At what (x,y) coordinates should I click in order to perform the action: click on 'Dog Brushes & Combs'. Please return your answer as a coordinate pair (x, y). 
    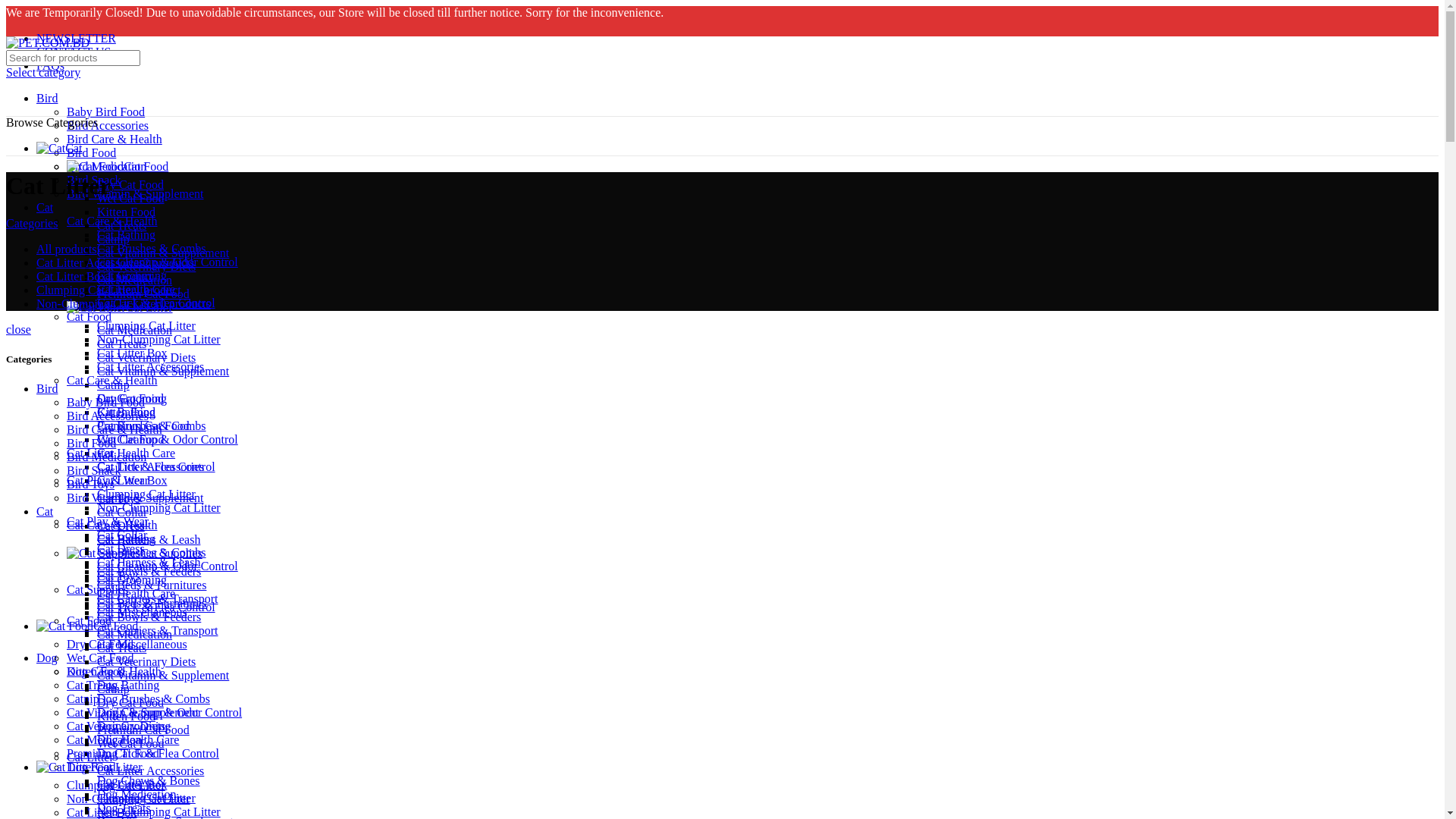
    Looking at the image, I should click on (96, 698).